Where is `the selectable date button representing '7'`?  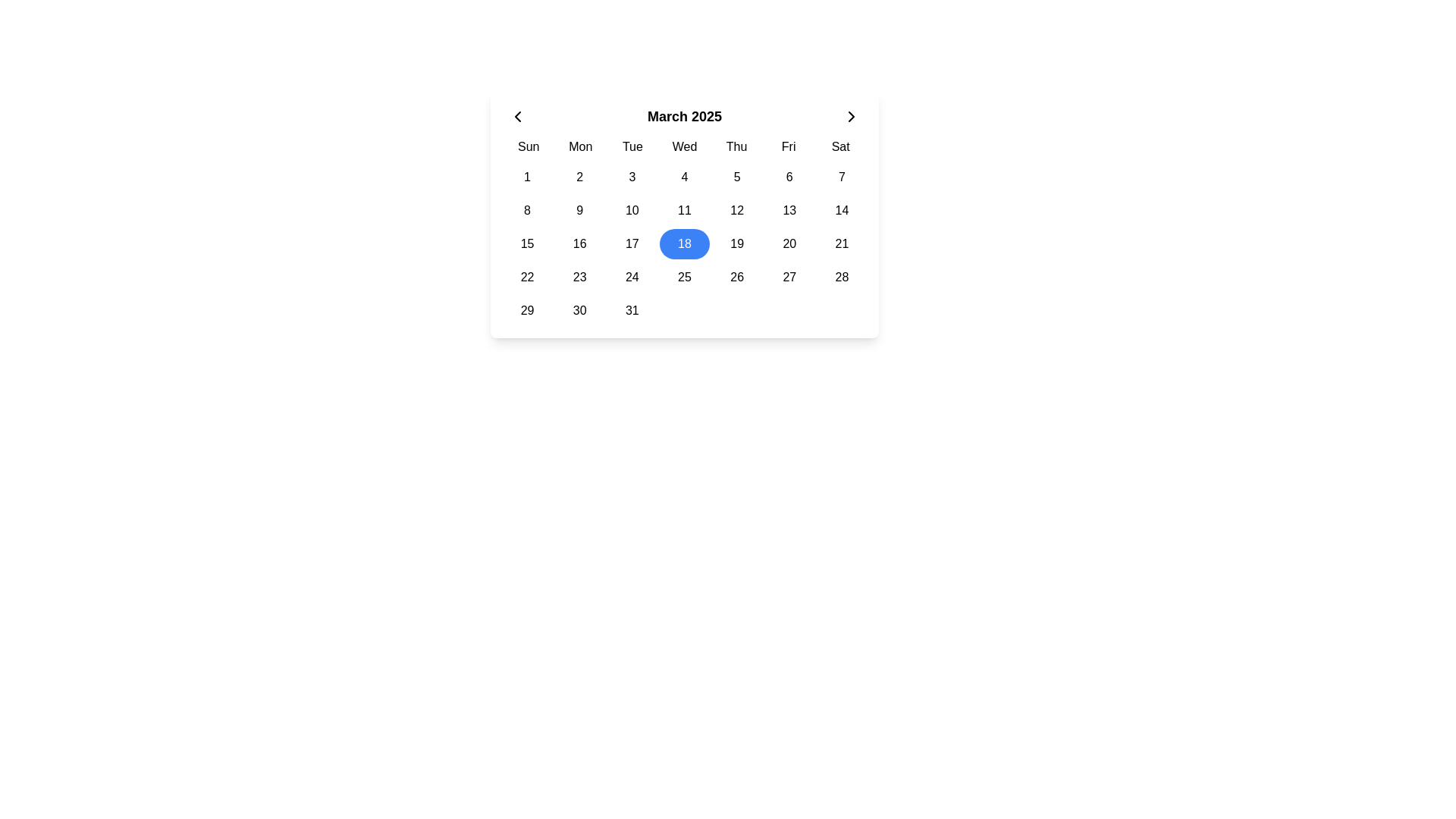
the selectable date button representing '7' is located at coordinates (841, 177).